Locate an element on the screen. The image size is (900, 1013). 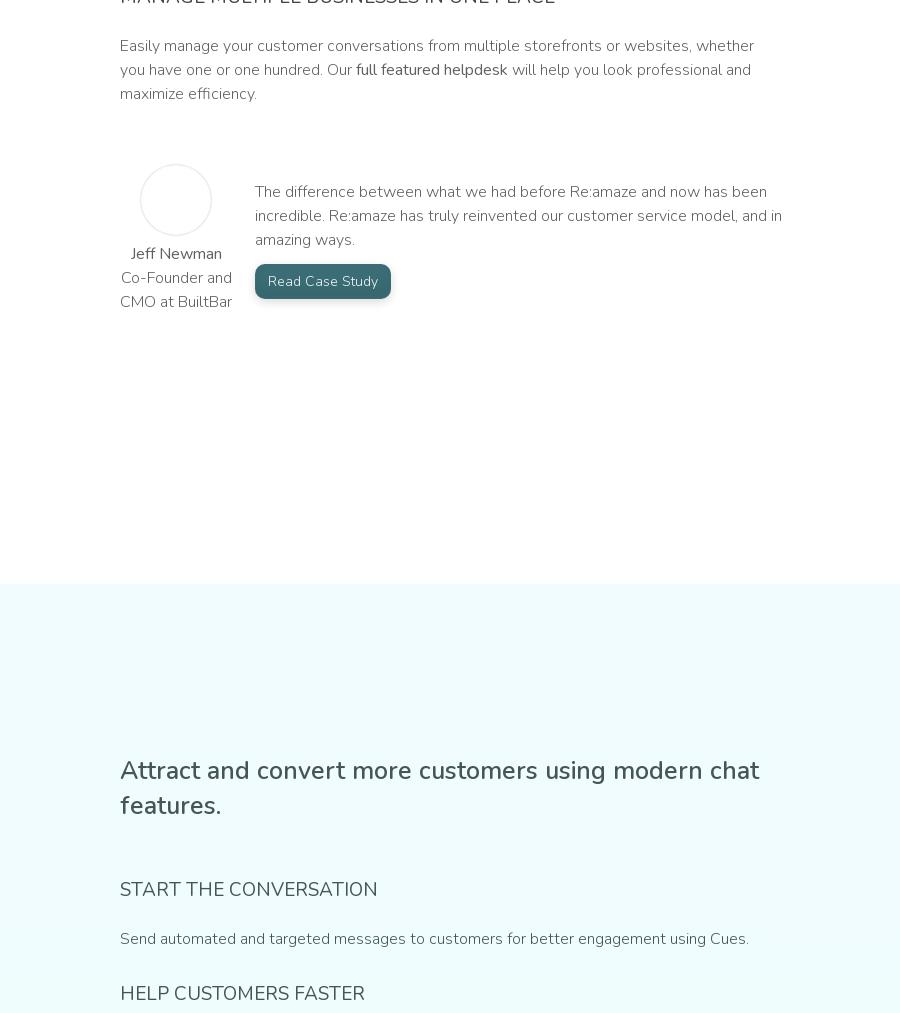
'Attract and convert more customers using modern chat features.' is located at coordinates (439, 787).